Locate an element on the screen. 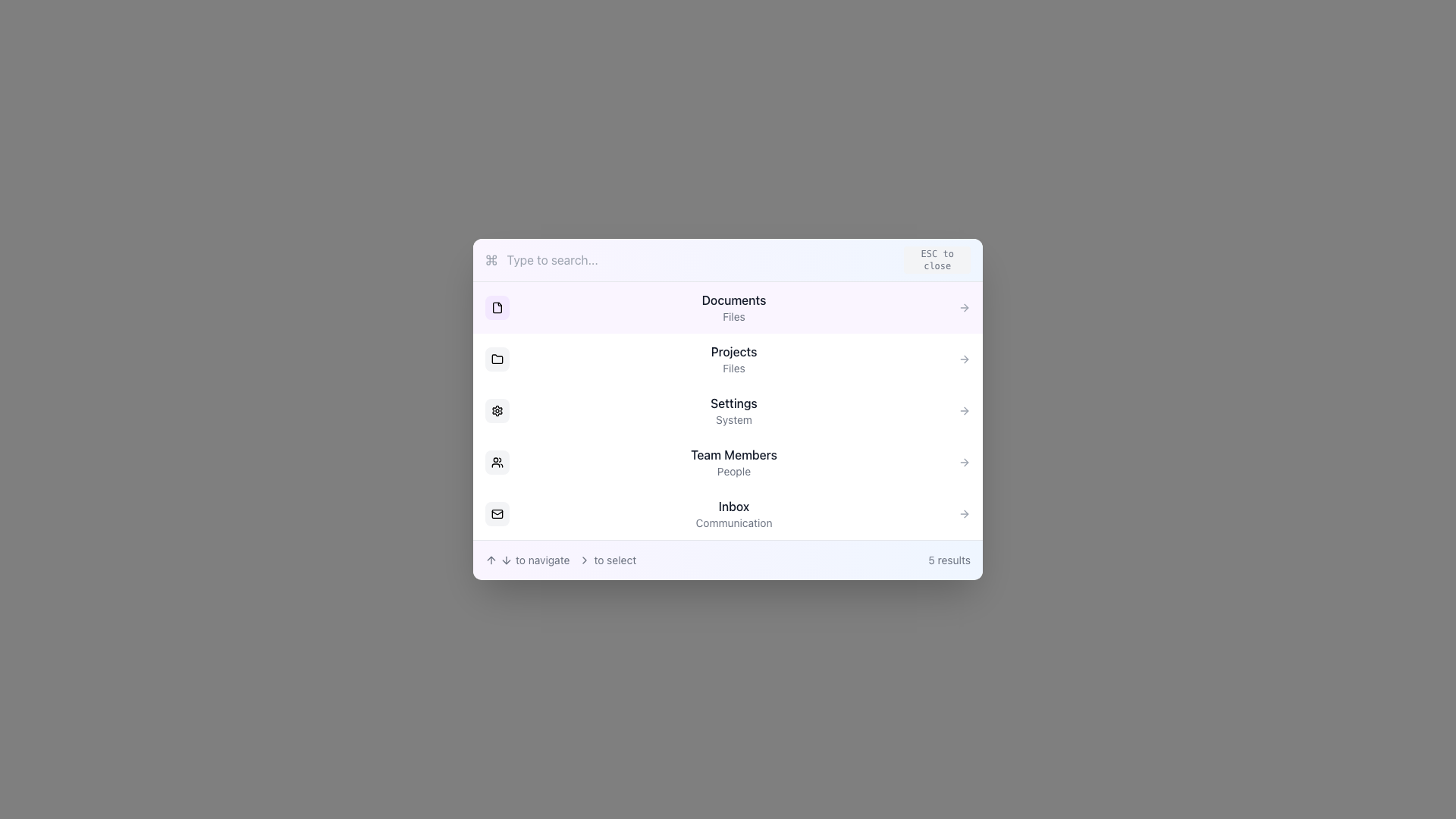  the gray arrow icon located at the far-right edge of the 'Projects' item row is located at coordinates (964, 359).